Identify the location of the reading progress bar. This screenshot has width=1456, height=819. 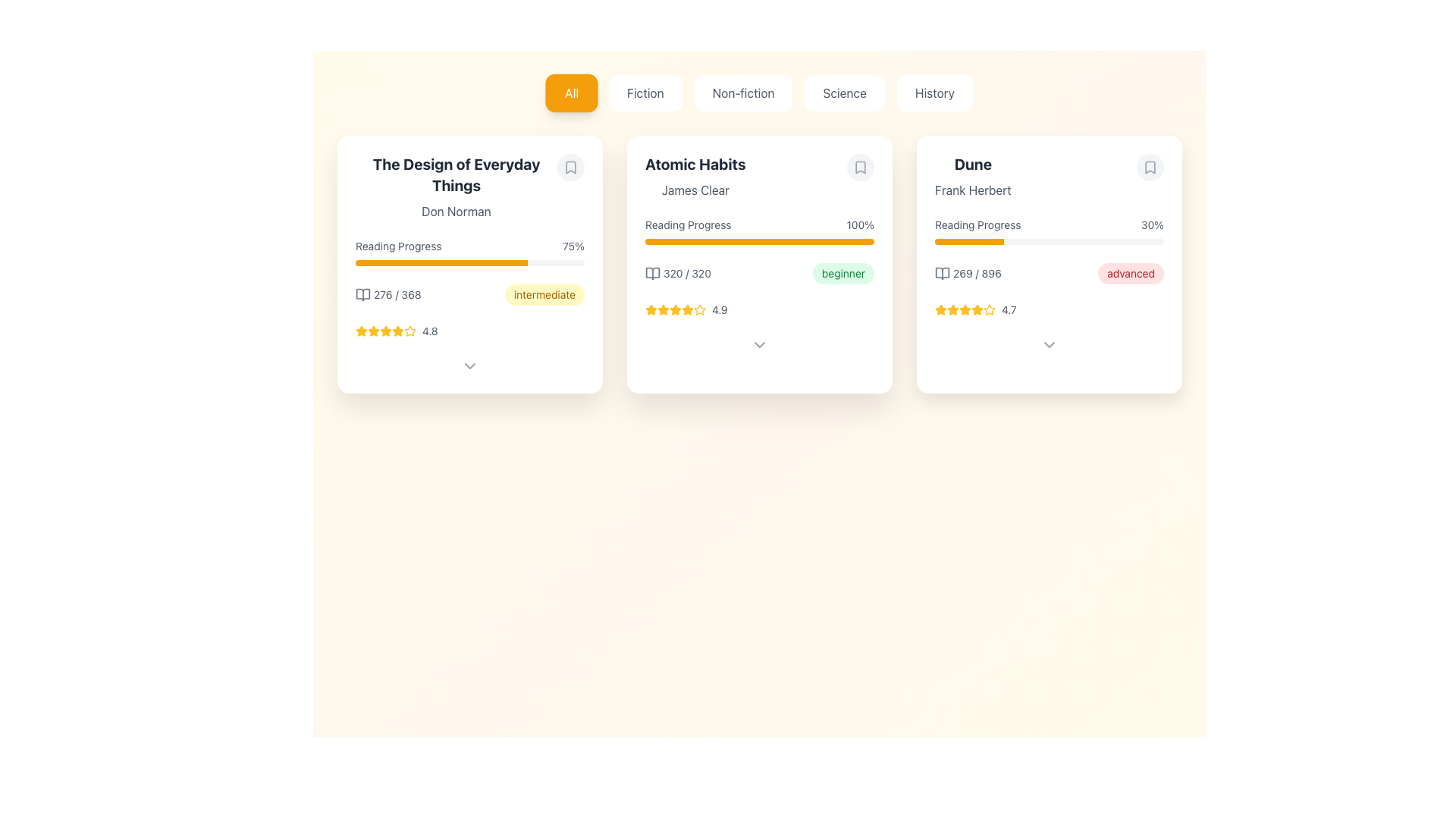
(476, 262).